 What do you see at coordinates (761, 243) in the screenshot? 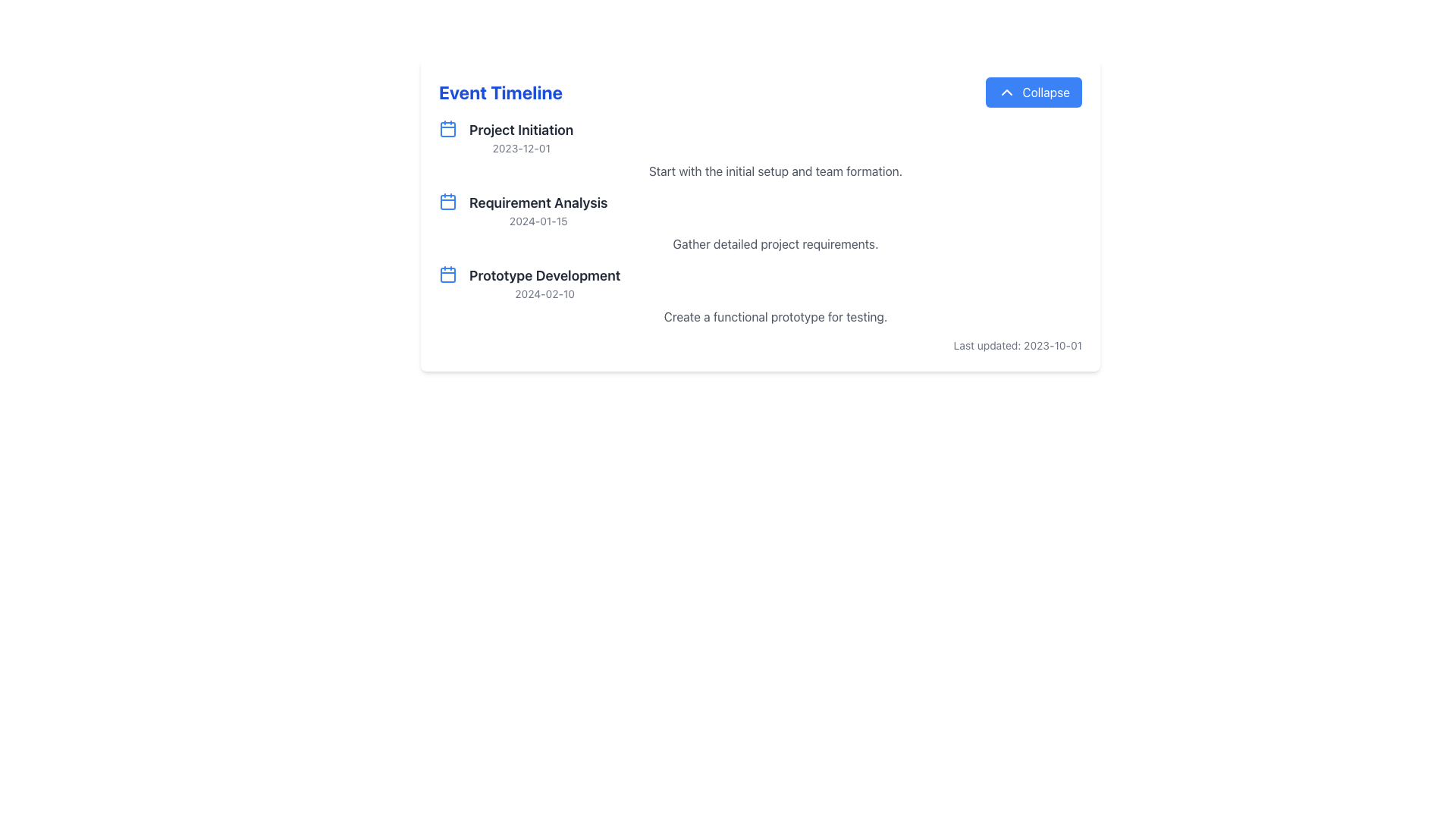
I see `the text label providing additional descriptive information for the 'Requirement Analysis' section, located below the section heading and date '2024-01-15'` at bounding box center [761, 243].